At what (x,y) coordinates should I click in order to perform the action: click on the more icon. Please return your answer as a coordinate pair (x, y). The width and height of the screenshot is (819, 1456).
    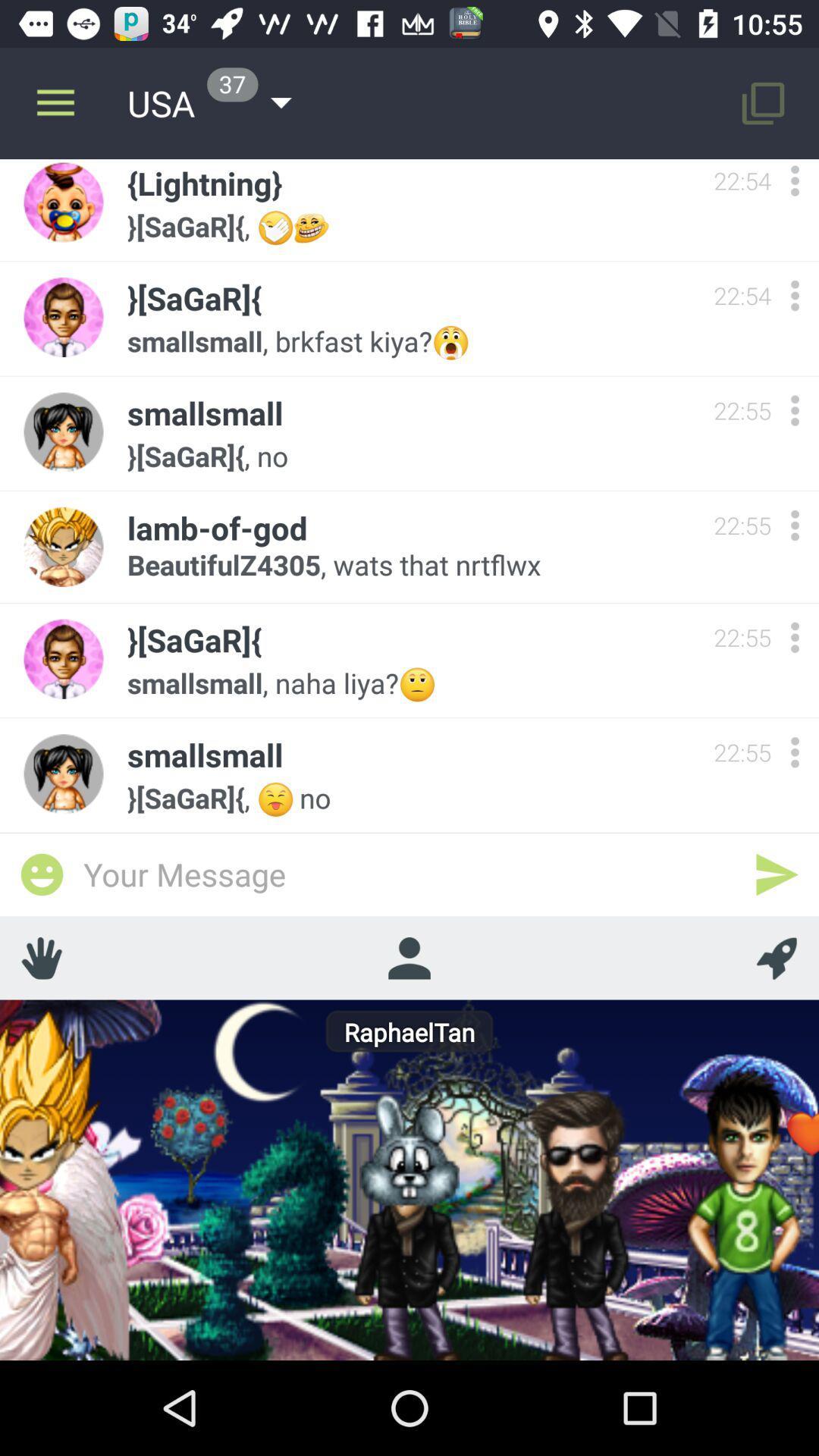
    Looking at the image, I should click on (794, 410).